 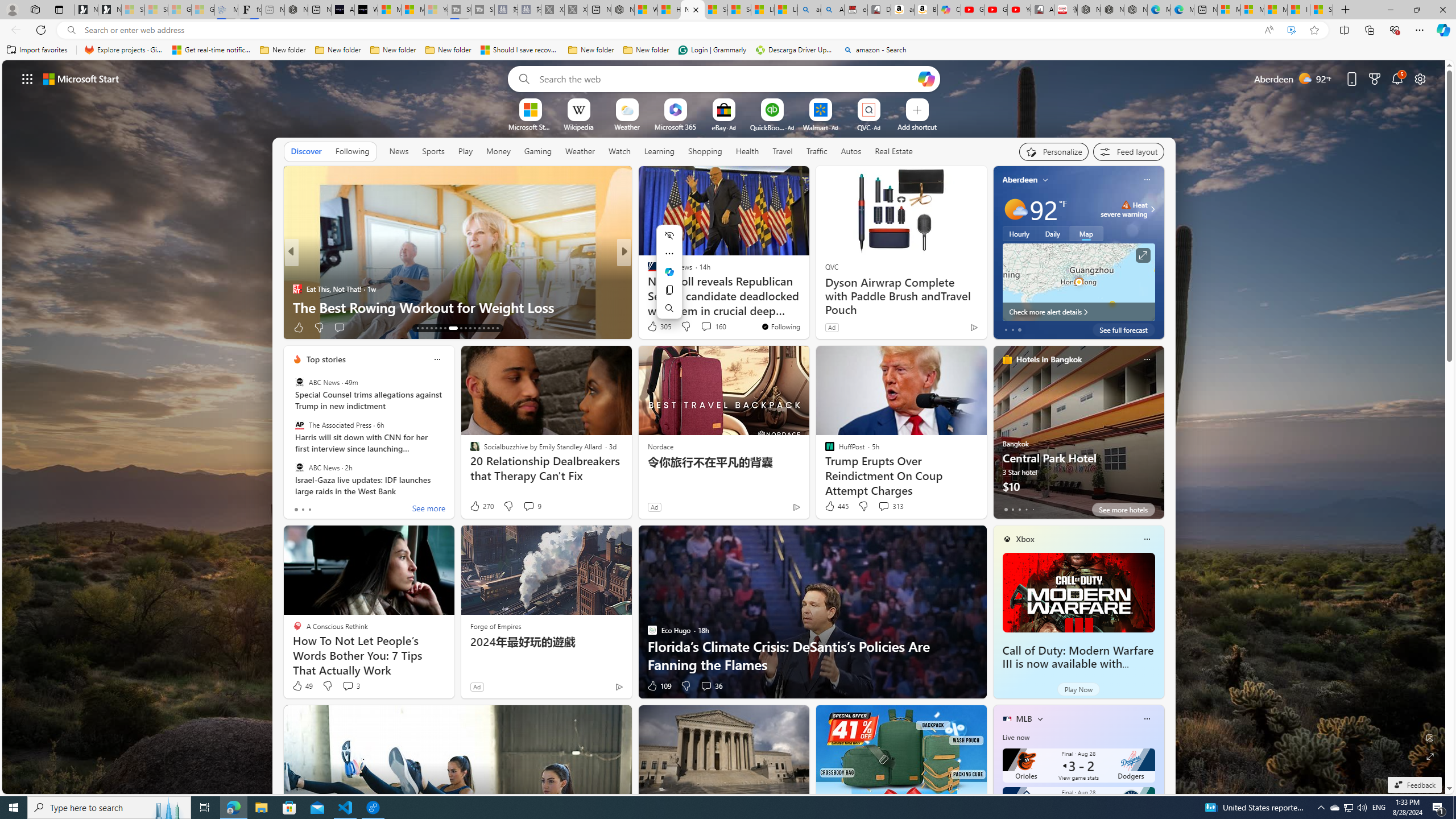 I want to click on 'Restore', so click(x=1416, y=9).